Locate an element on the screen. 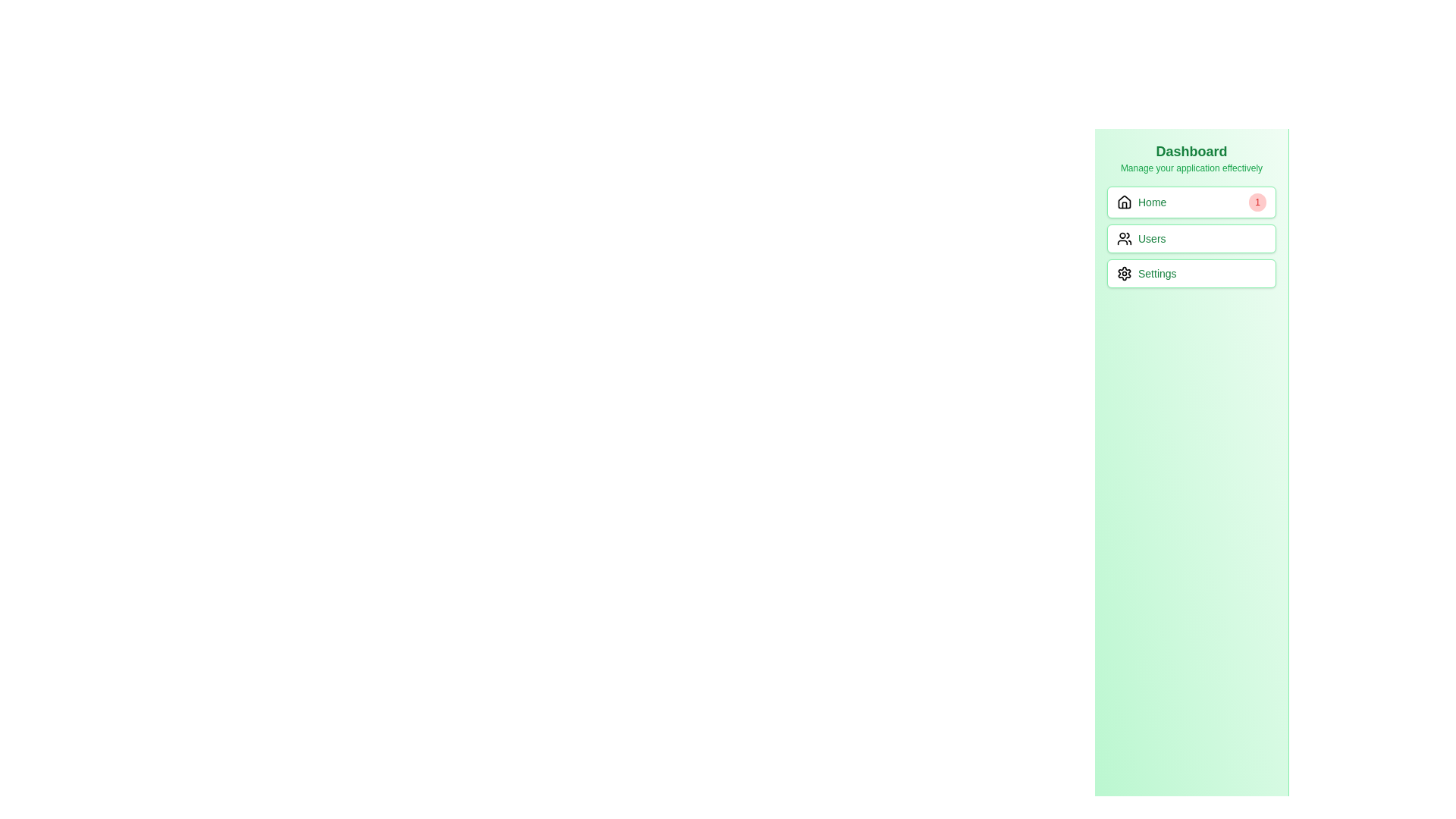 This screenshot has width=1456, height=819. the small, pill-shaped badge with a red background and the number '1' in red text, located near the upper-right edge of the 'Home' card in the vertical navigation menu is located at coordinates (1257, 201).